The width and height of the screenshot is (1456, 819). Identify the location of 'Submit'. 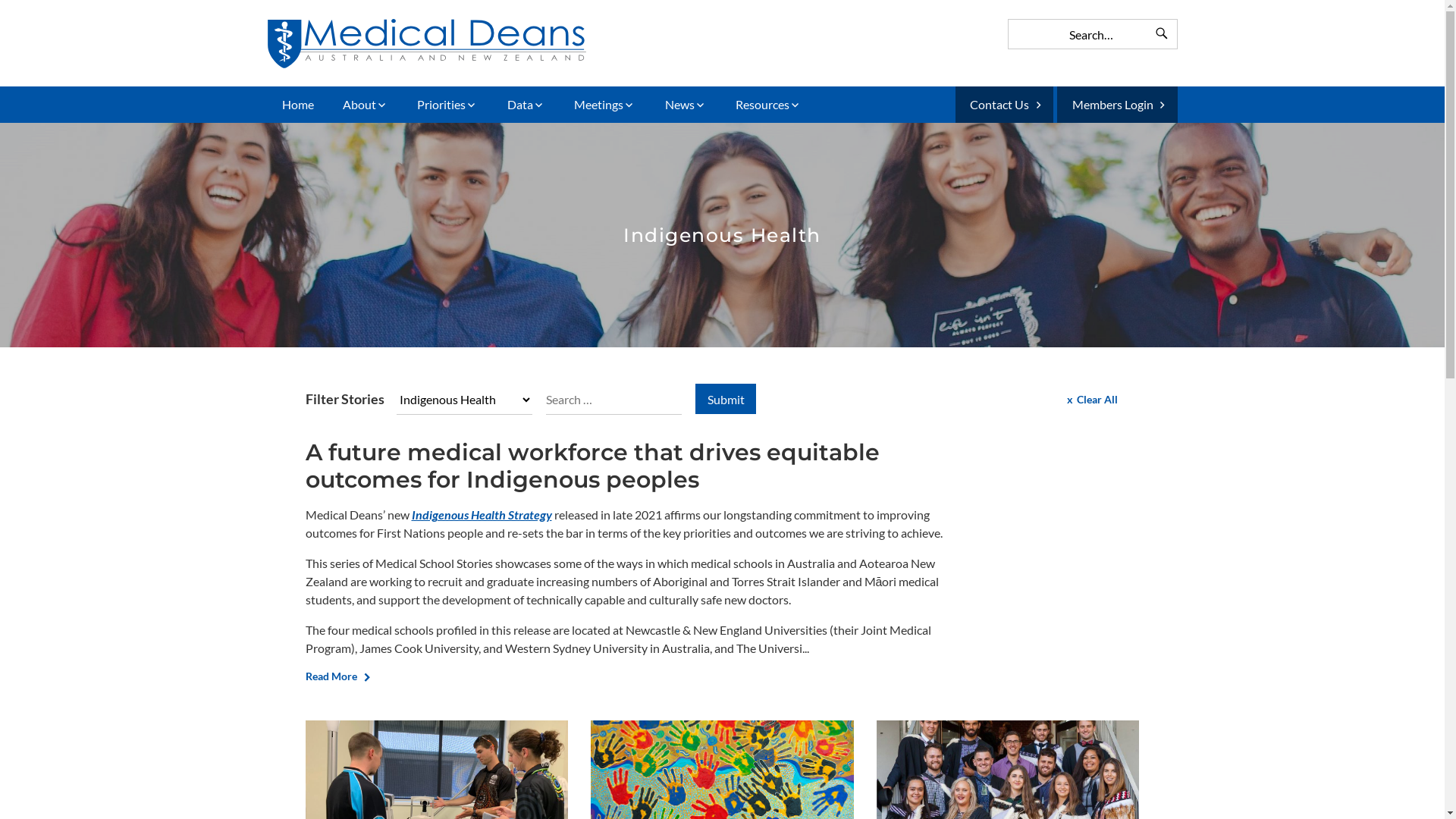
(694, 397).